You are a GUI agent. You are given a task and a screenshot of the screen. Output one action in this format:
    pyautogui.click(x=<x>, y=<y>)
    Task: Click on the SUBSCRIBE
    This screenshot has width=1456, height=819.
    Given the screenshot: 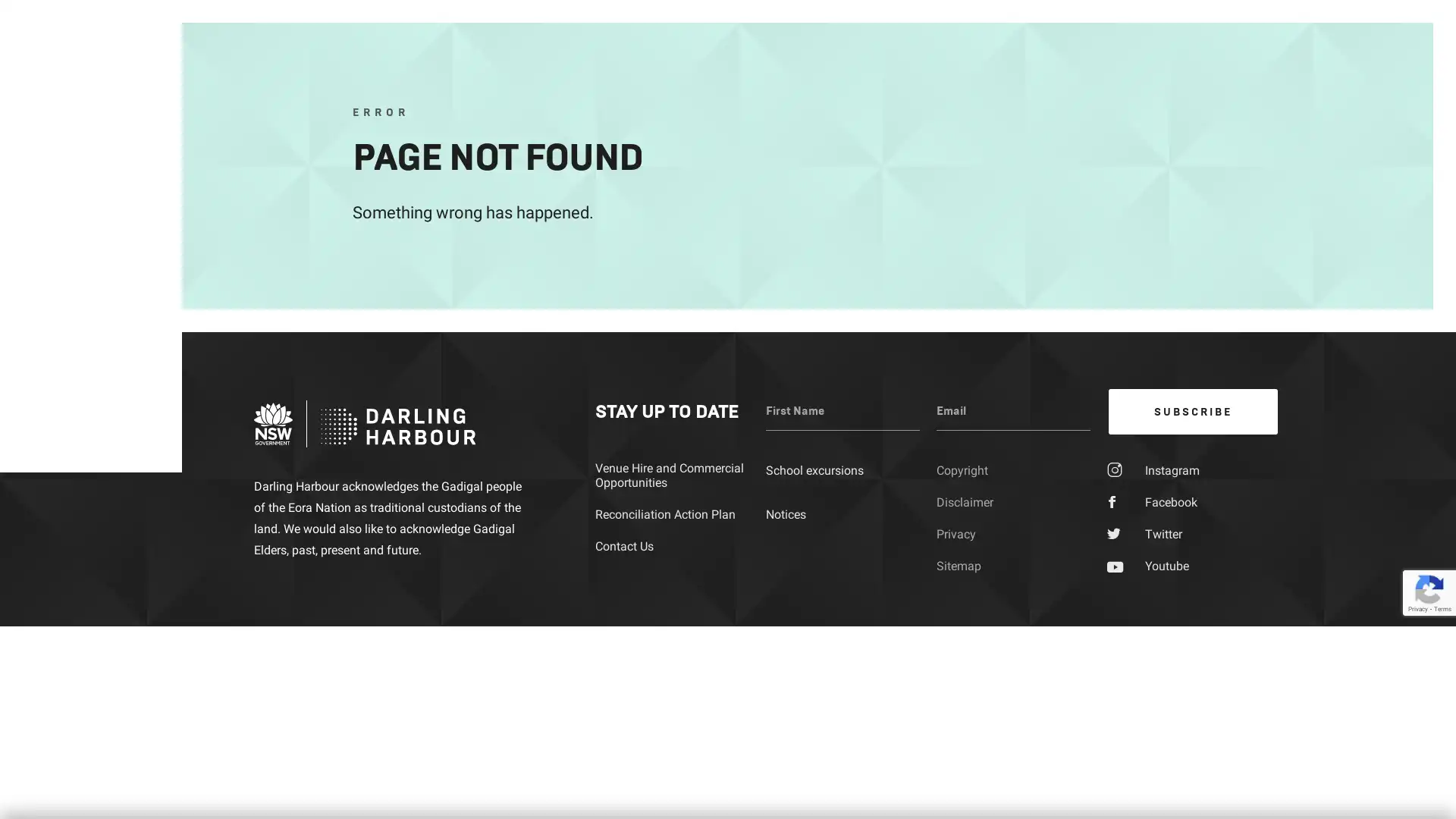 What is the action you would take?
    pyautogui.click(x=1192, y=412)
    